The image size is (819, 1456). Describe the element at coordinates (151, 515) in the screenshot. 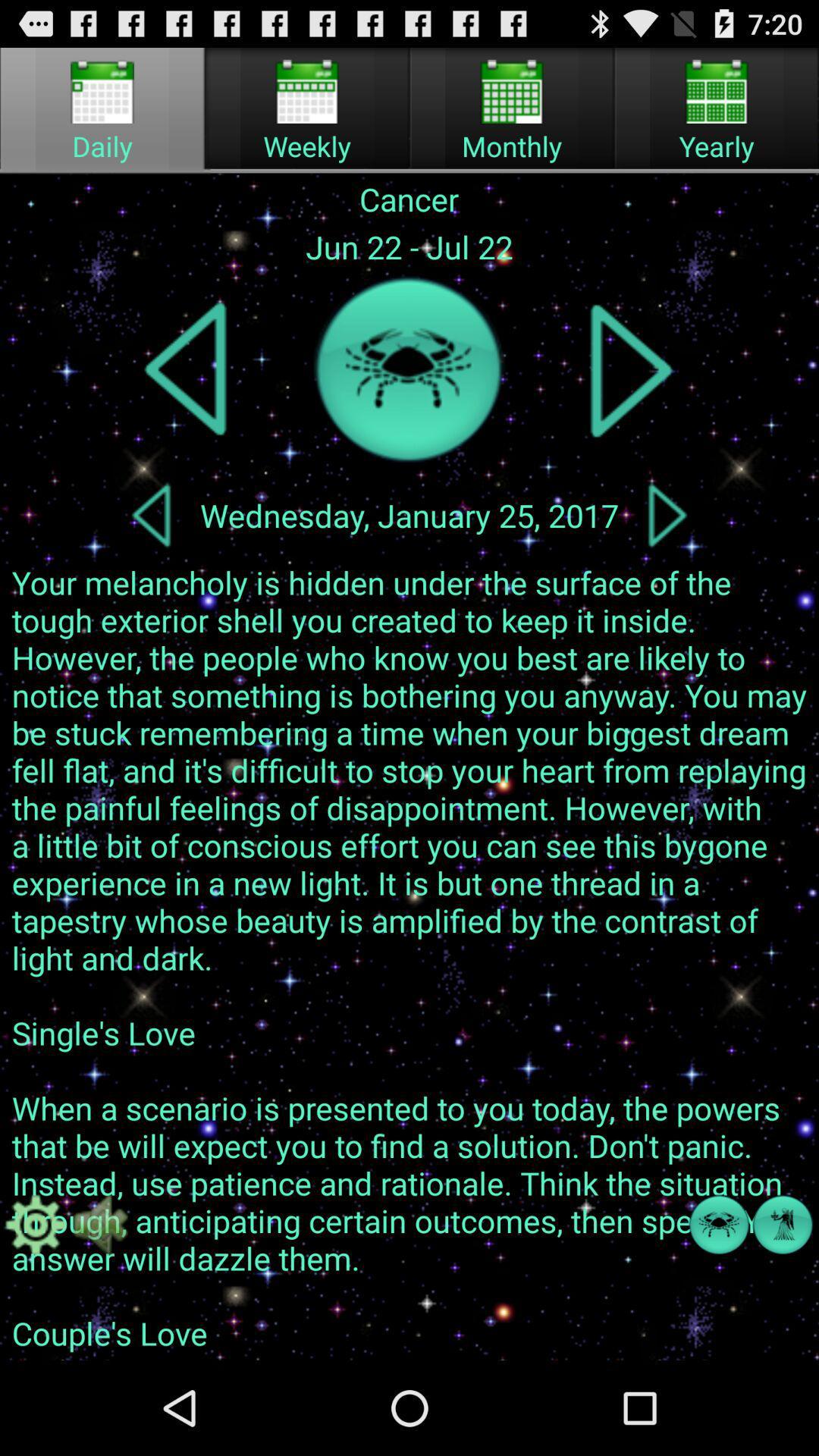

I see `go back` at that location.